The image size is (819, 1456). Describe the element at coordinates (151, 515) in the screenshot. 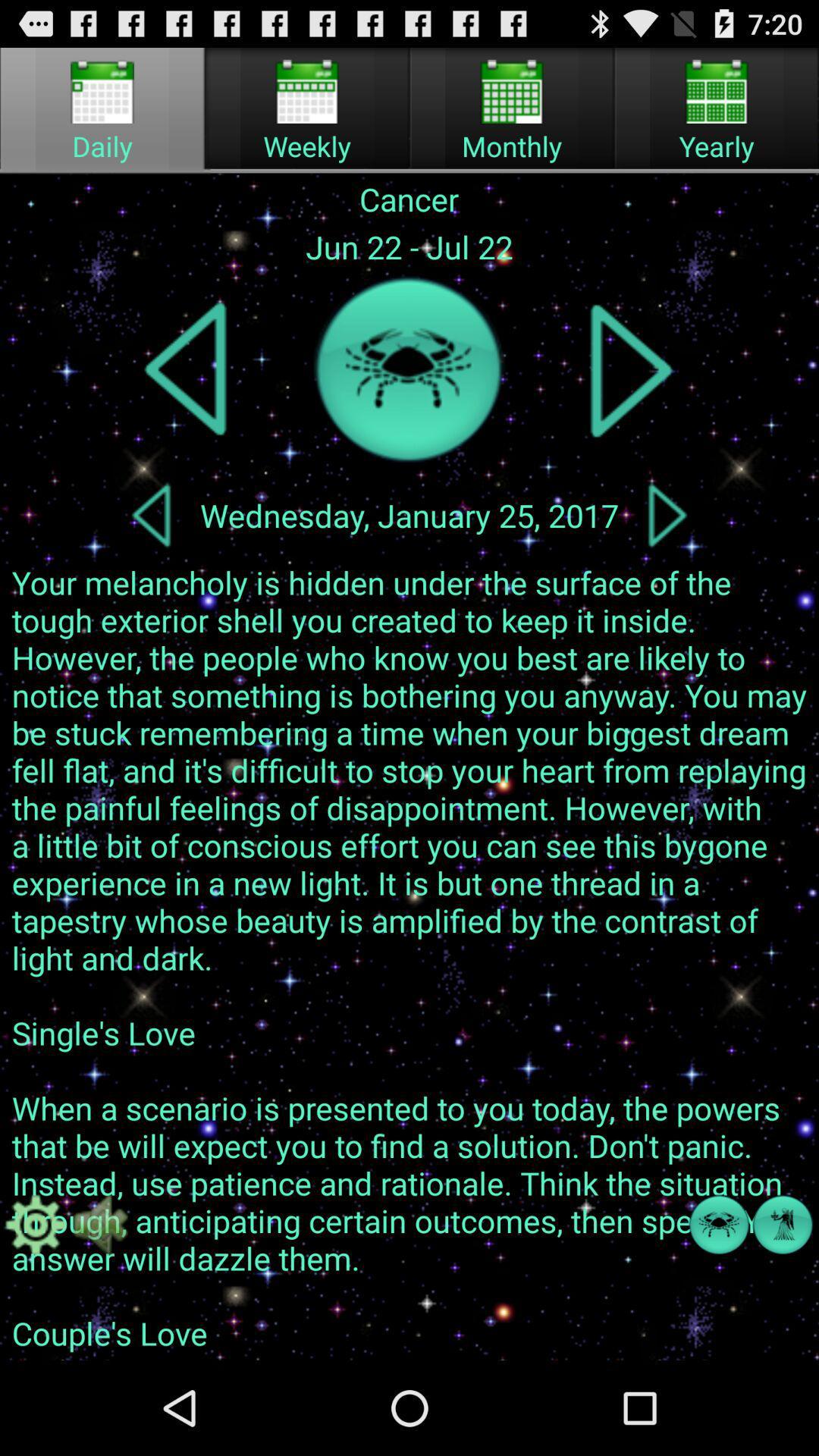

I see `go back` at that location.